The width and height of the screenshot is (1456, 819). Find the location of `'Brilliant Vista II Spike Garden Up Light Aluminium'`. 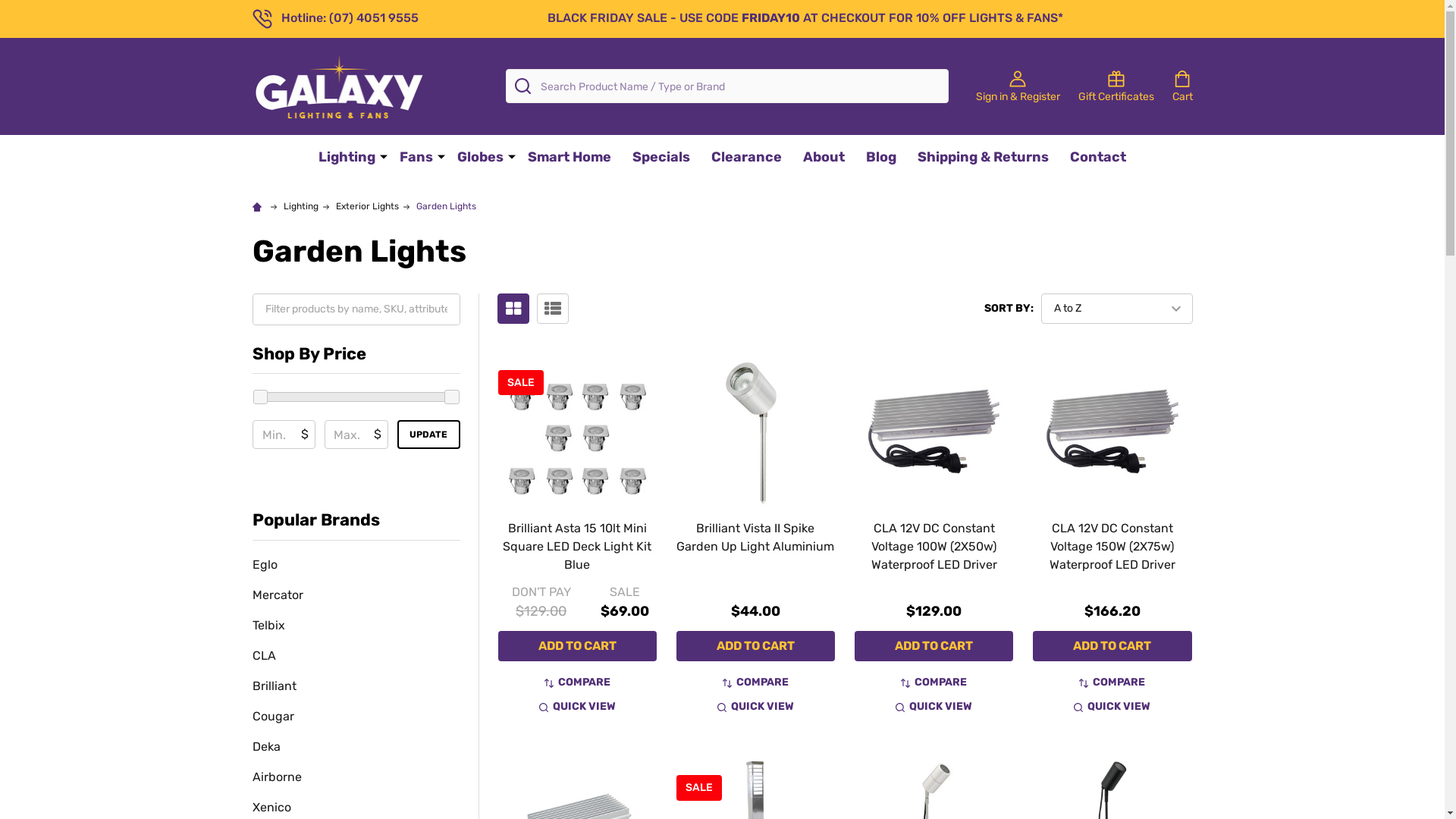

'Brilliant Vista II Spike Garden Up Light Aluminium' is located at coordinates (755, 536).